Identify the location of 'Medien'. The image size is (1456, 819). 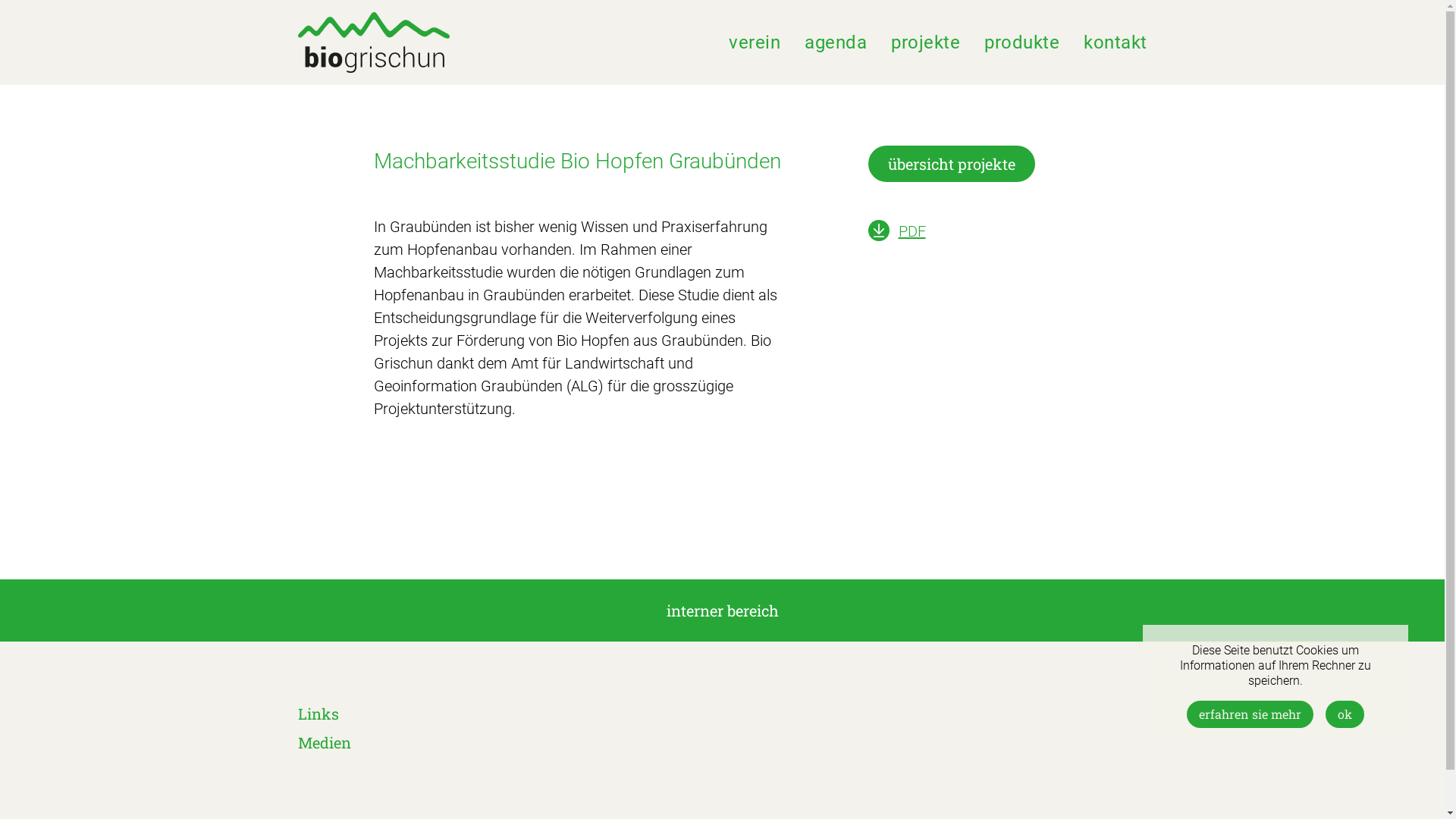
(323, 742).